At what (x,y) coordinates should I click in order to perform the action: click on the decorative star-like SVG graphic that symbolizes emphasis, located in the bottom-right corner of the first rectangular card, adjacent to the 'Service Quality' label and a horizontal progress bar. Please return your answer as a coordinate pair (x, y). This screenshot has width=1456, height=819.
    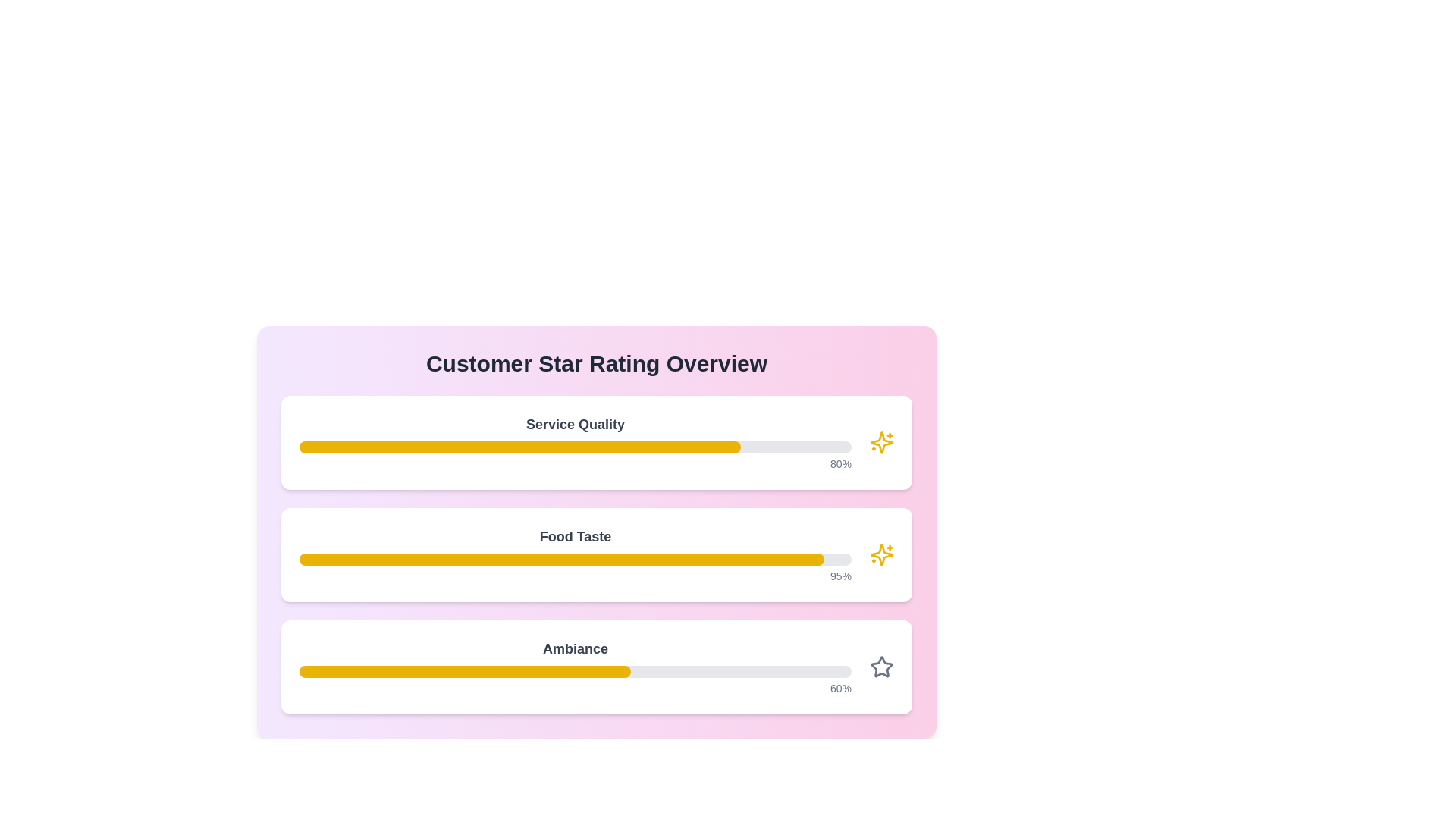
    Looking at the image, I should click on (881, 555).